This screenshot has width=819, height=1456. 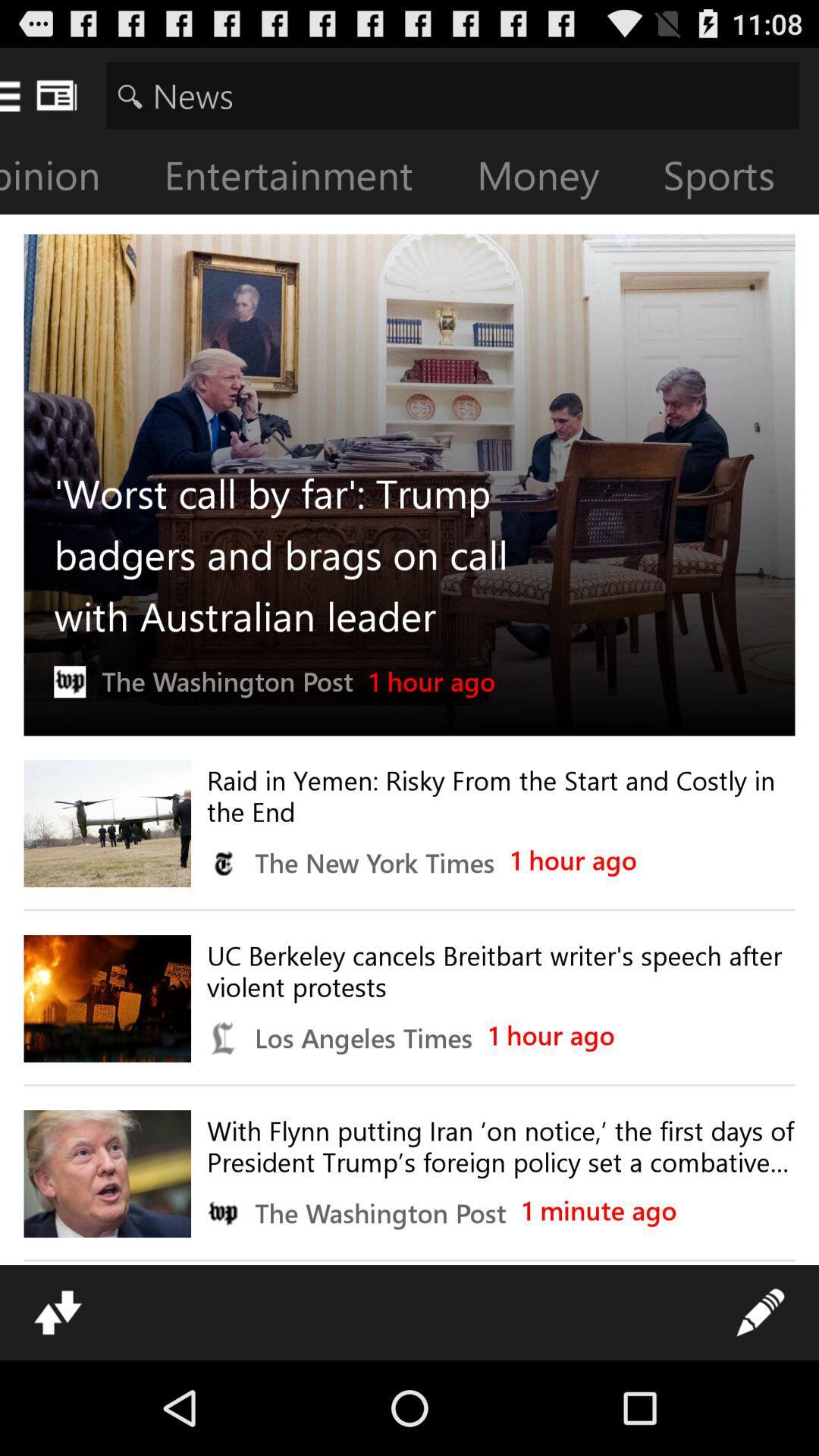 I want to click on the icon next to money, so click(x=300, y=178).